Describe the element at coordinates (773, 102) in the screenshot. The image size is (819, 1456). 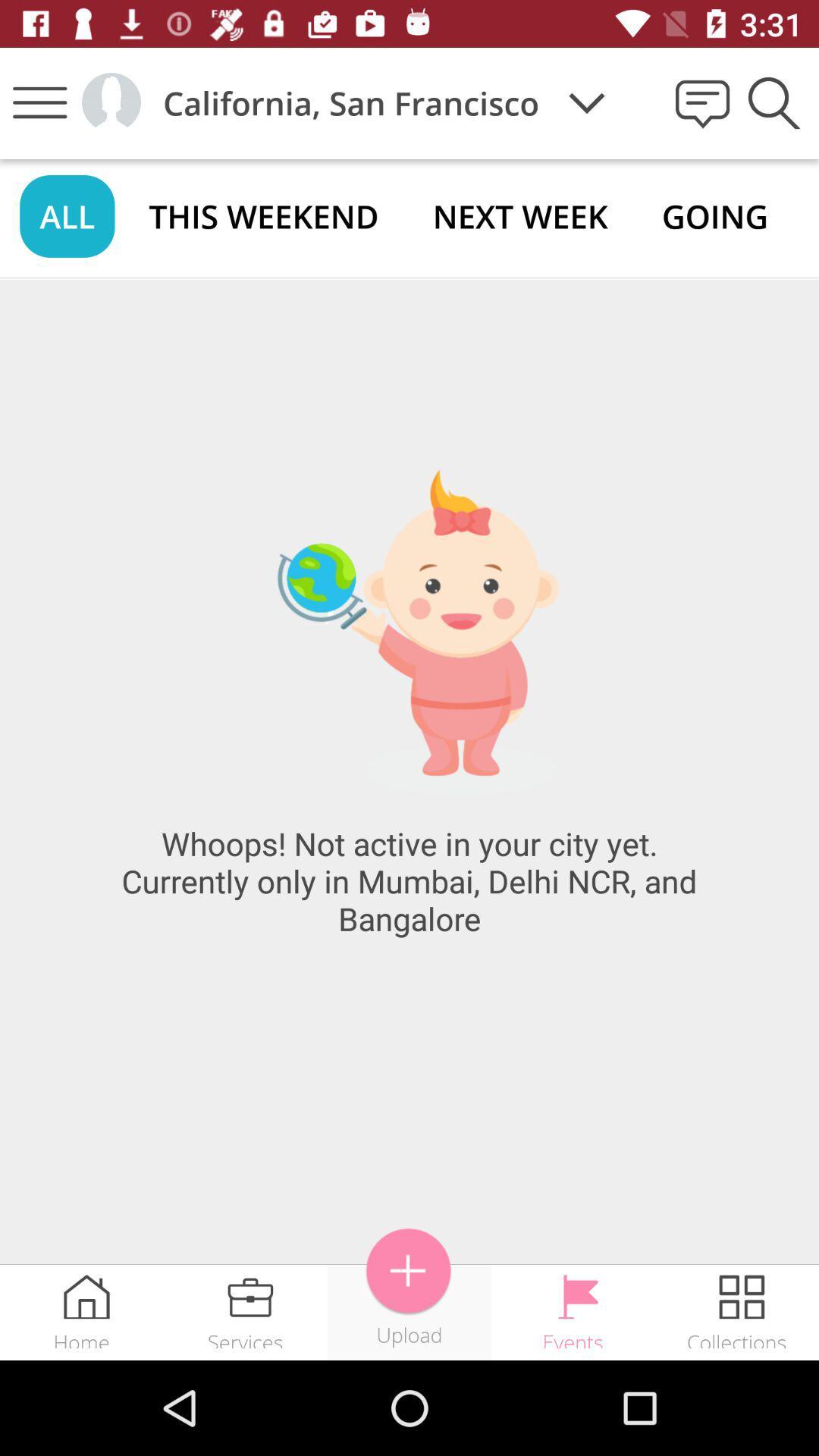
I see `icon above going` at that location.